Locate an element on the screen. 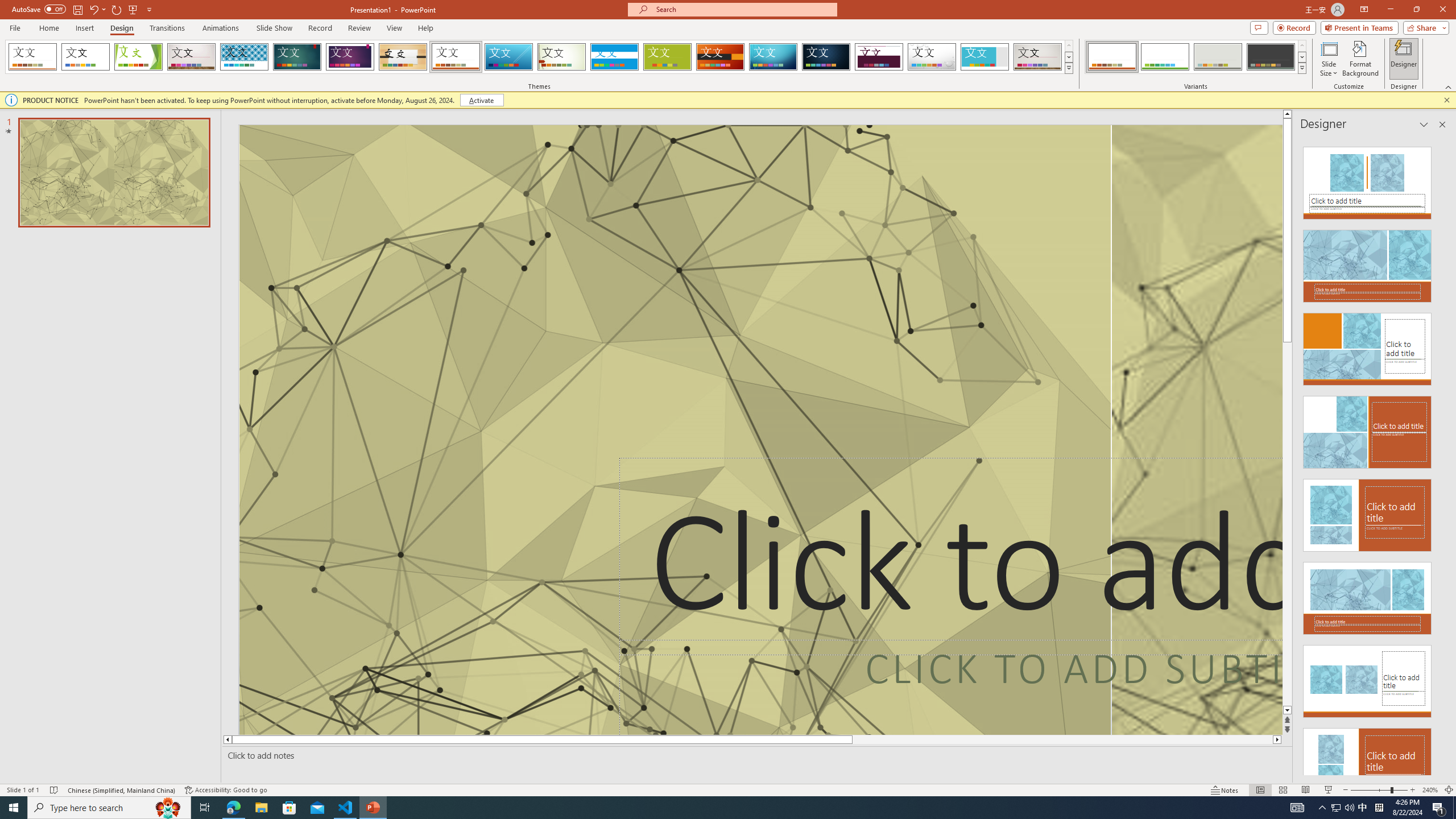 The width and height of the screenshot is (1456, 819). 'Berlin' is located at coordinates (721, 56).